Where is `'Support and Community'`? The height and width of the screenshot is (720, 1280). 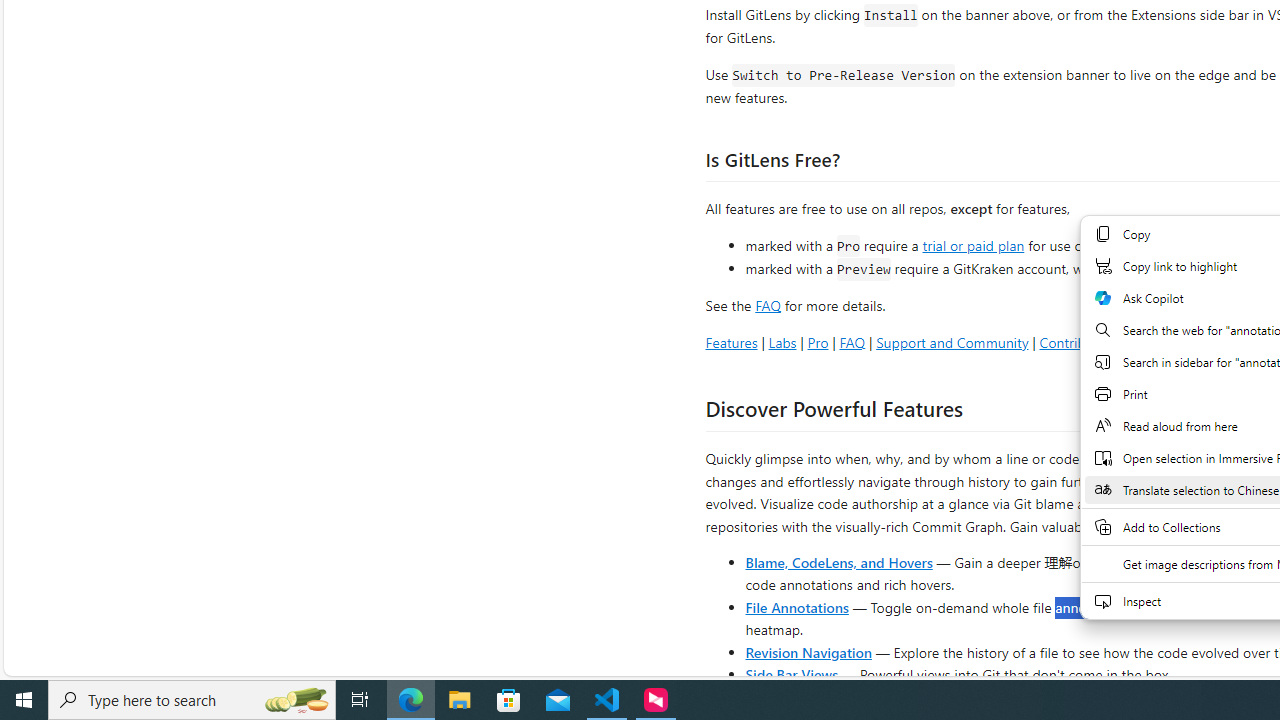 'Support and Community' is located at coordinates (951, 341).